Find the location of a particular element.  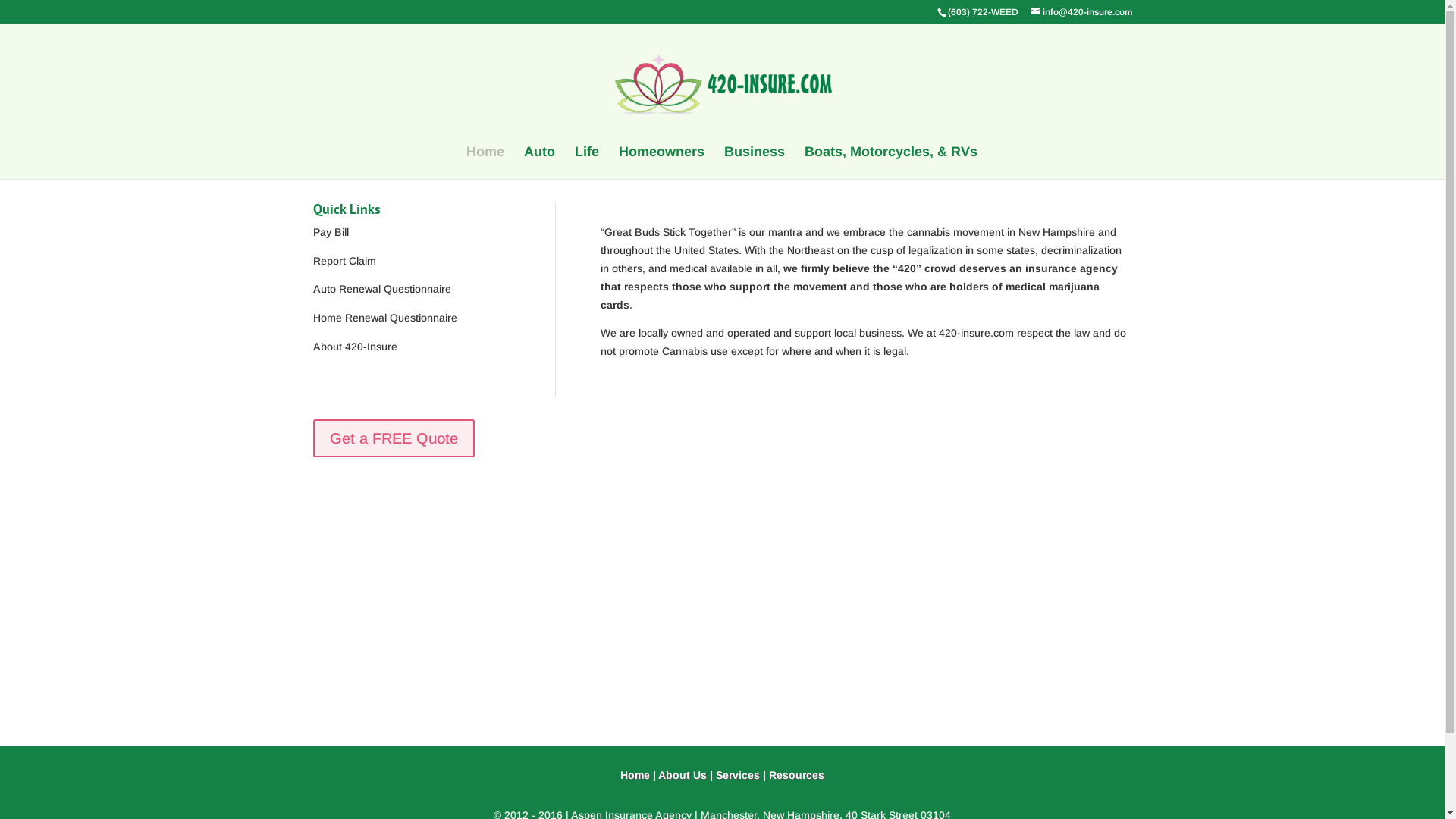

'Life' is located at coordinates (585, 162).